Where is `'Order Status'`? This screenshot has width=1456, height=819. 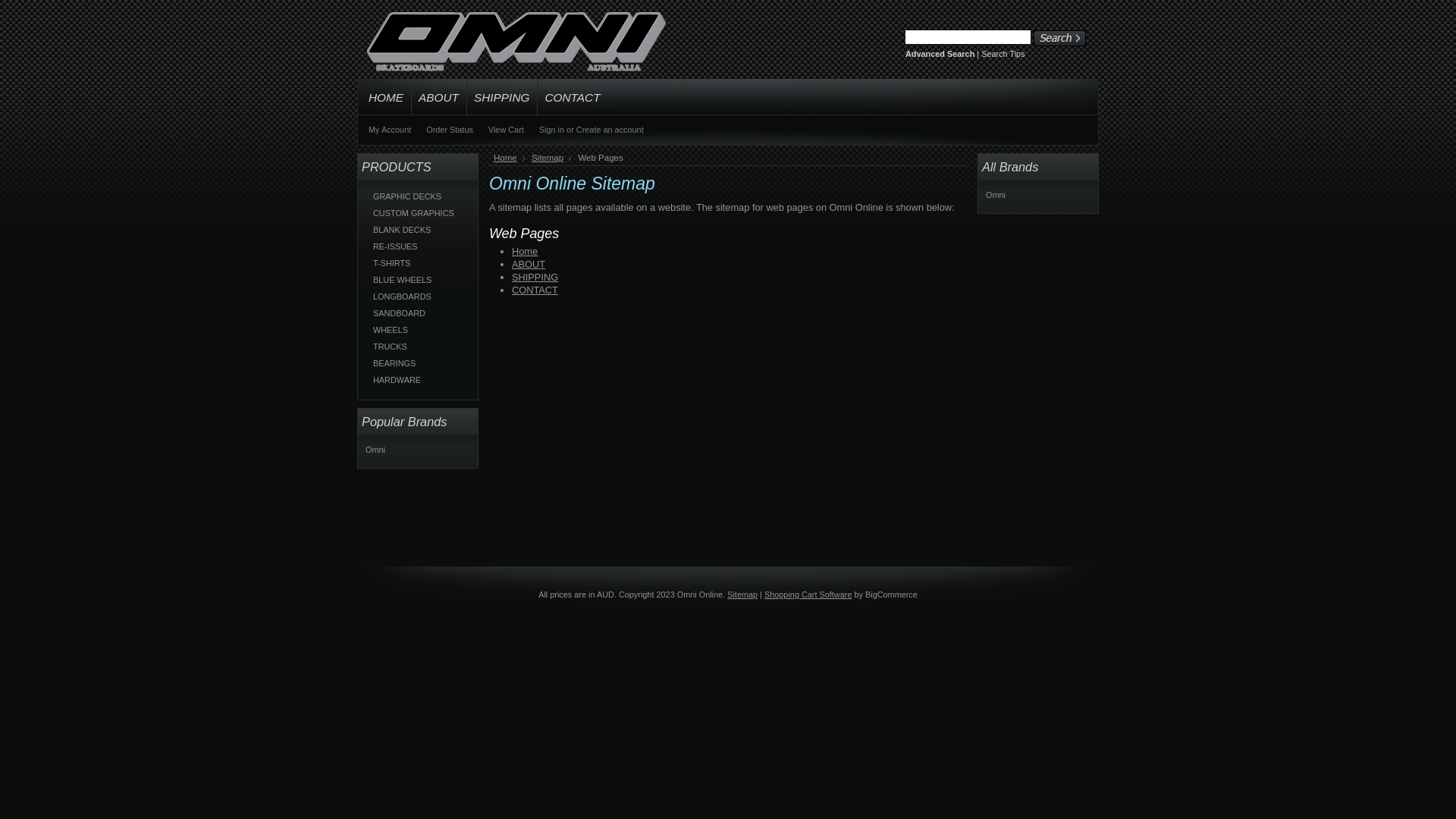 'Order Status' is located at coordinates (449, 128).